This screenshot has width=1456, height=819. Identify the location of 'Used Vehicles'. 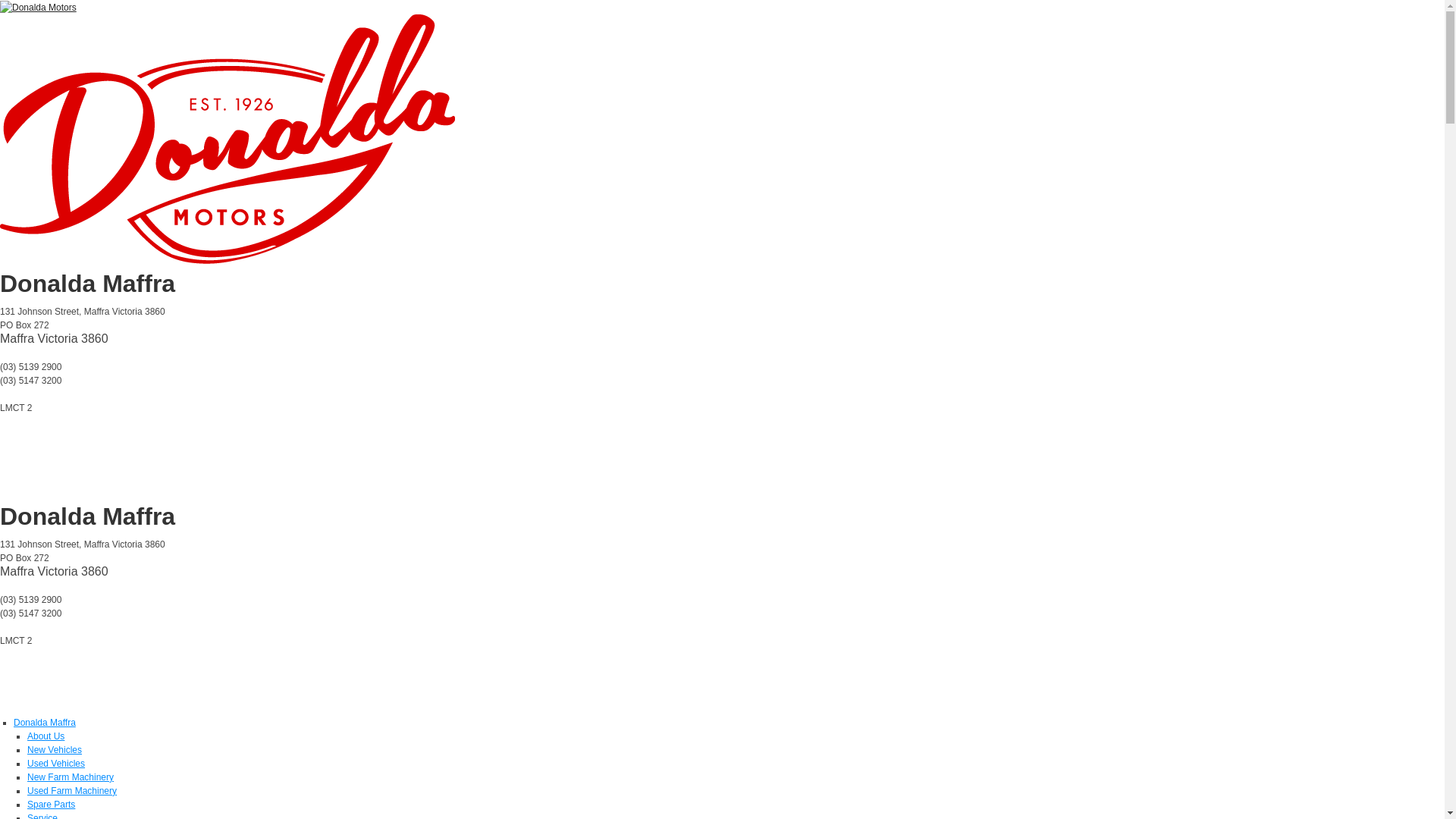
(27, 763).